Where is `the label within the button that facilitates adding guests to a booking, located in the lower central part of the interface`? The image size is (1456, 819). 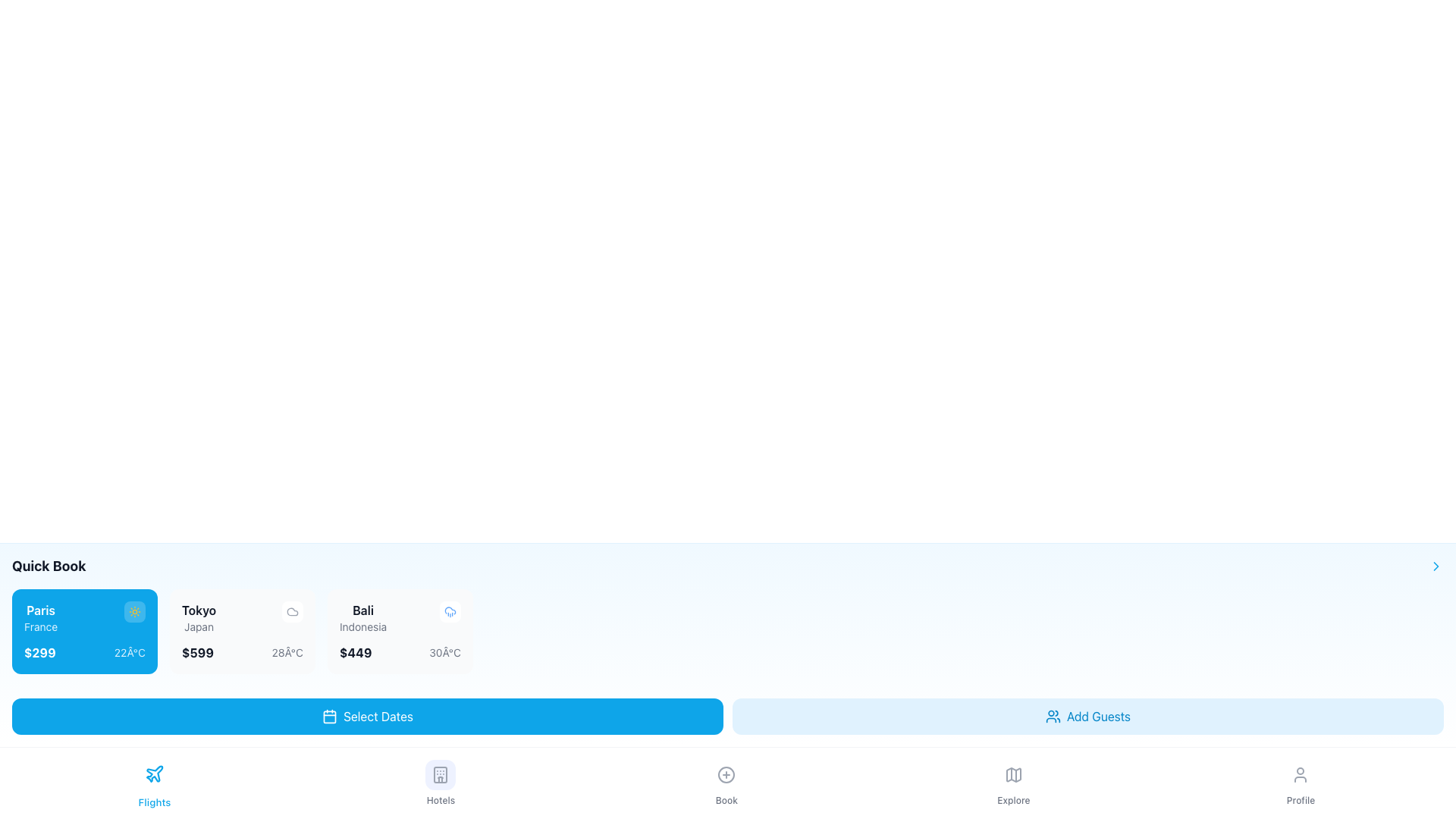 the label within the button that facilitates adding guests to a booking, located in the lower central part of the interface is located at coordinates (1099, 717).